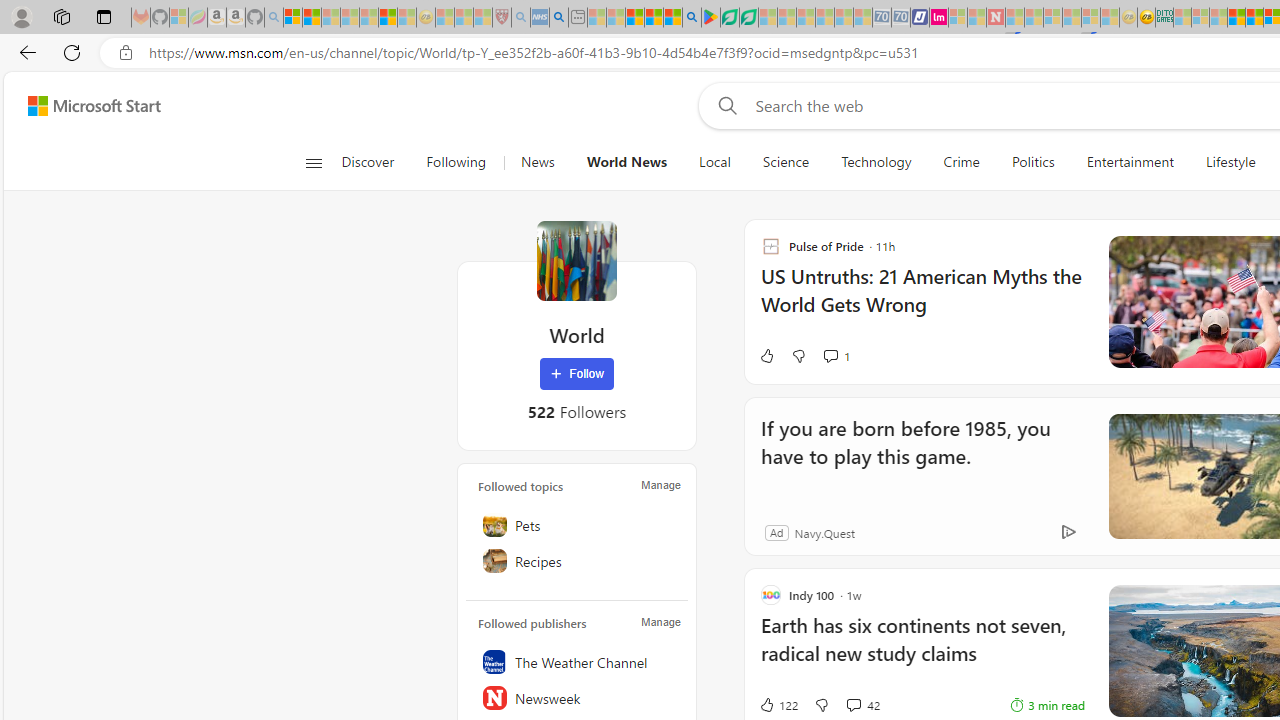  I want to click on 'World', so click(576, 260).